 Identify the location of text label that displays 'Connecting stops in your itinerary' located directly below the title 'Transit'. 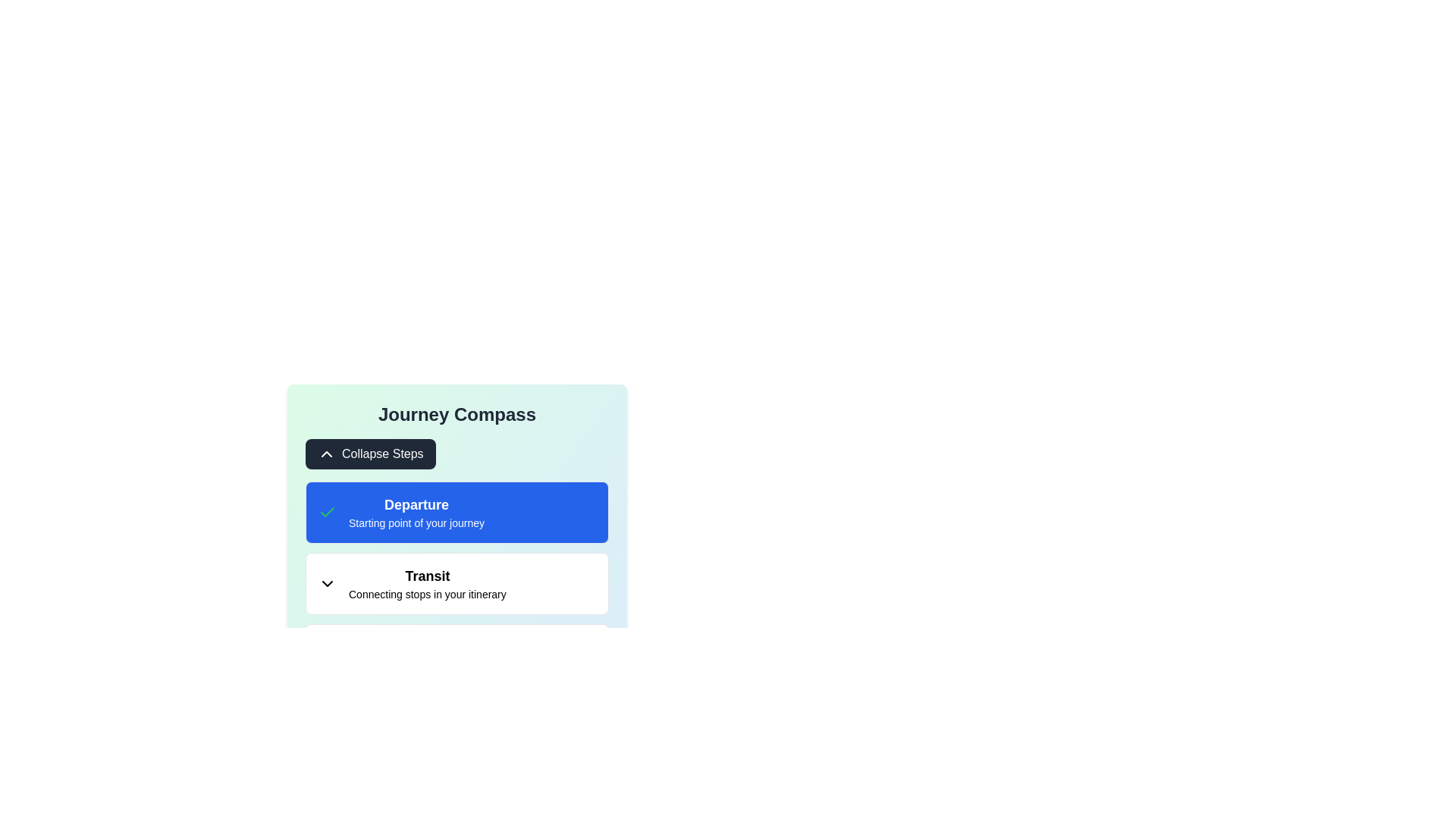
(426, 593).